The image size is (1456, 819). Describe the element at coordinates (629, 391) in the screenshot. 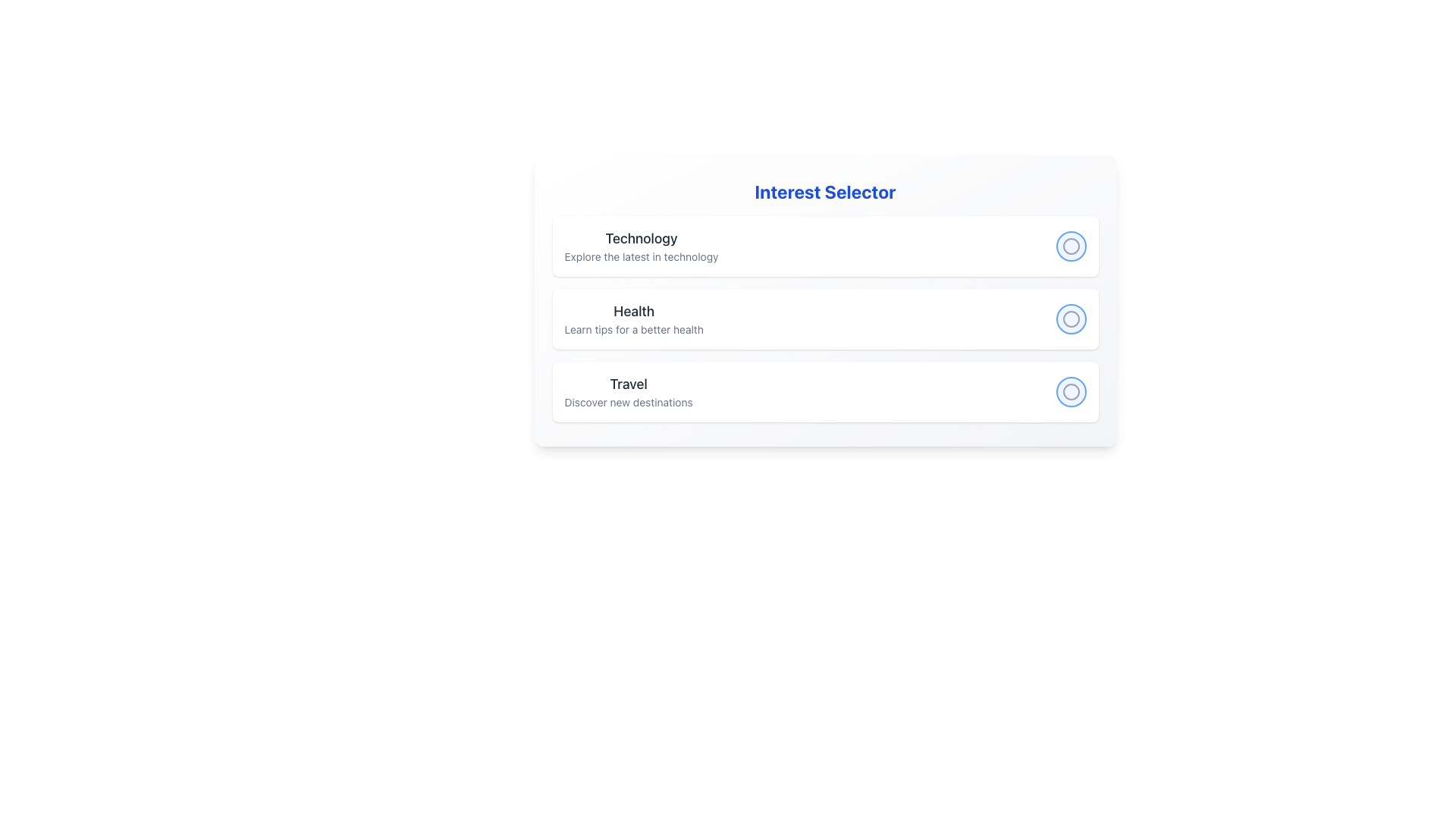

I see `text content of the 'Travel' category description, which is displayed in a bold, larger black font followed by a smaller, lighter gray font stating 'Discover new destinations.' This text is part of the 'Interest Selector' interface and is located in the third entry of a vertically stacked list` at that location.